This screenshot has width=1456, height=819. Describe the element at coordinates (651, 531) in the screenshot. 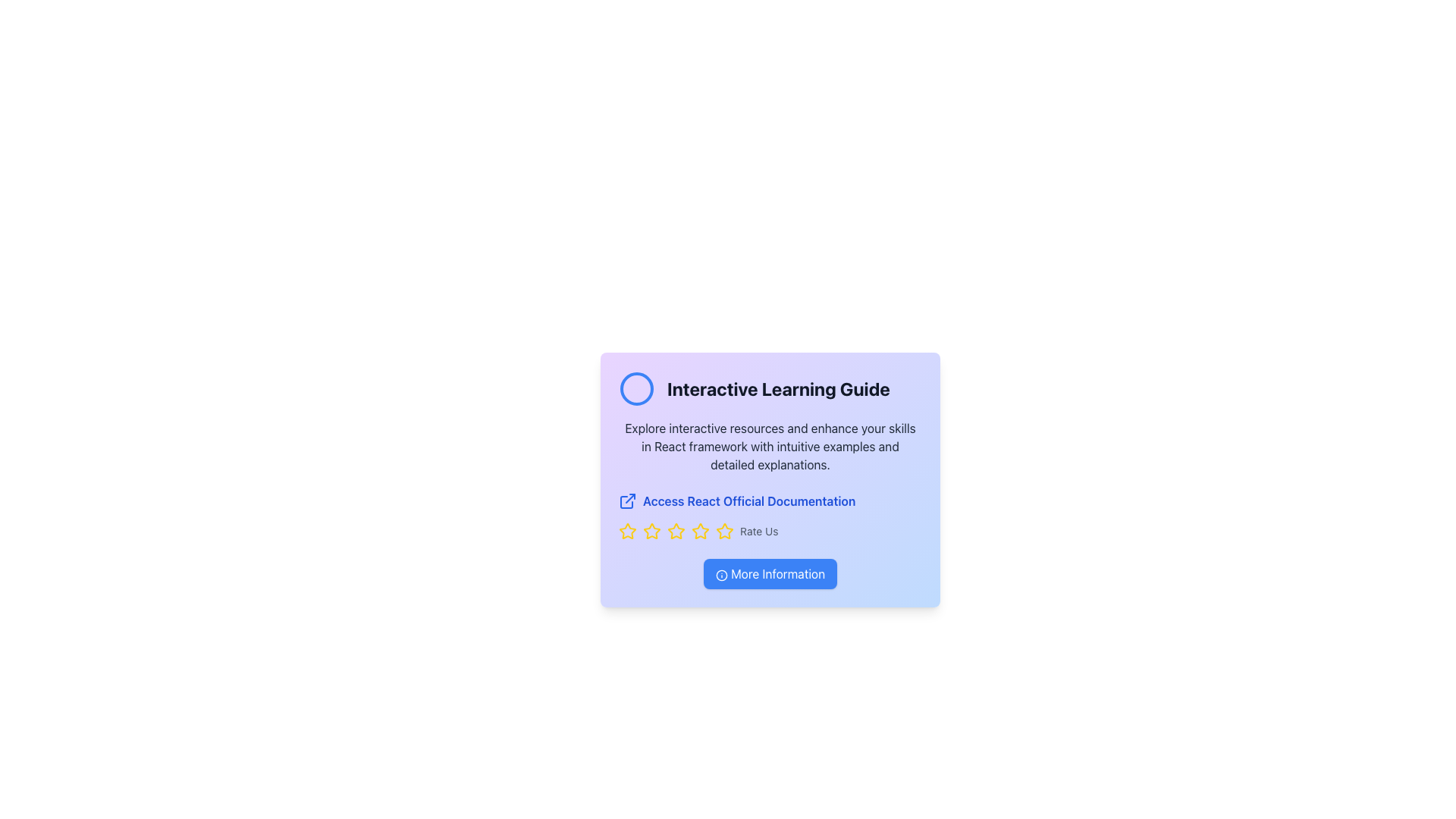

I see `the third star icon in the 'Rate Us' section` at that location.